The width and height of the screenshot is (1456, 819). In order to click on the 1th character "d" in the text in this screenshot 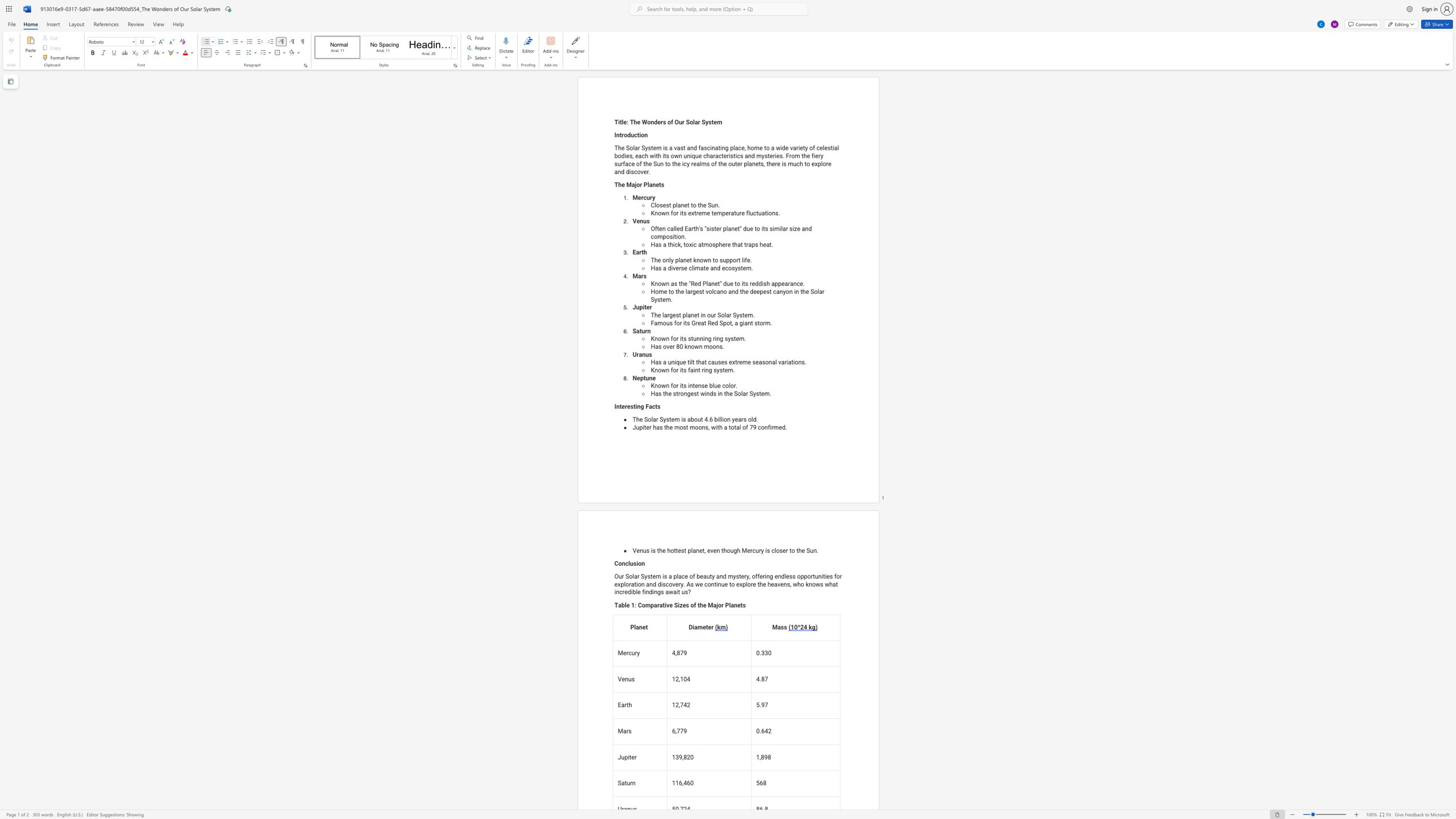, I will do `click(699, 283)`.